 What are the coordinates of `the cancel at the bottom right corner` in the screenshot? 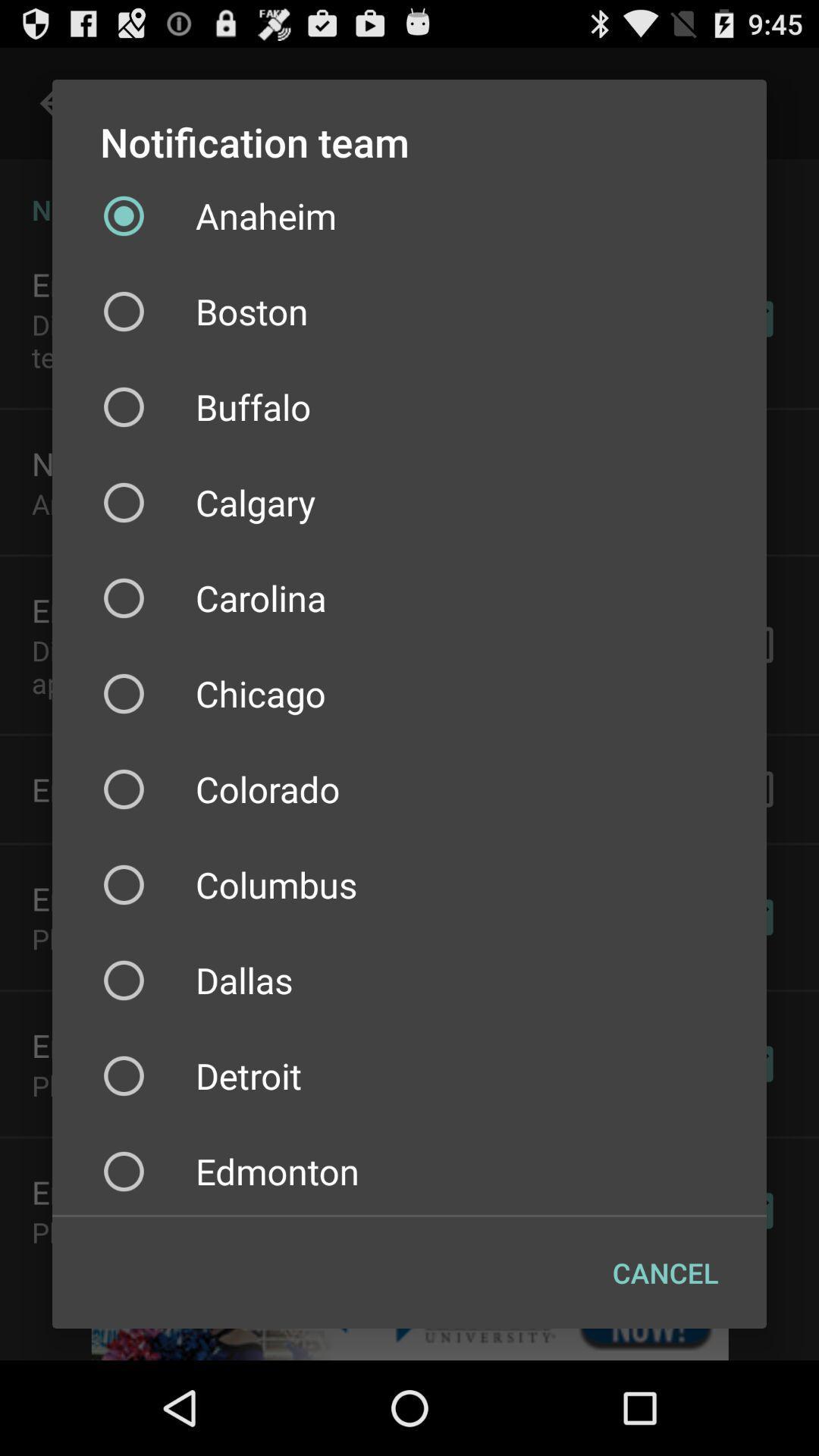 It's located at (664, 1272).